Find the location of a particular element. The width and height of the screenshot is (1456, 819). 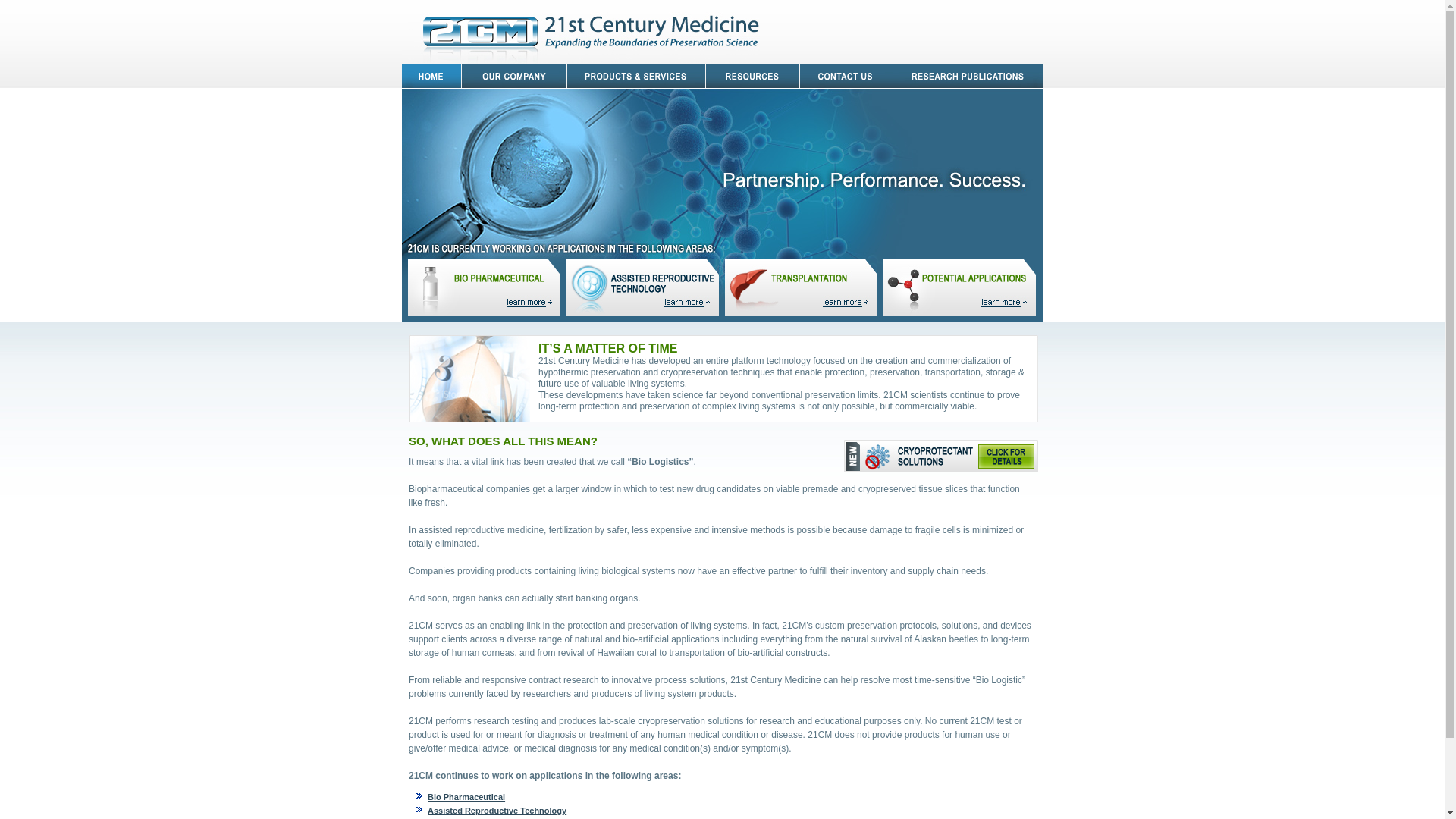

'Research Publications' is located at coordinates (967, 76).